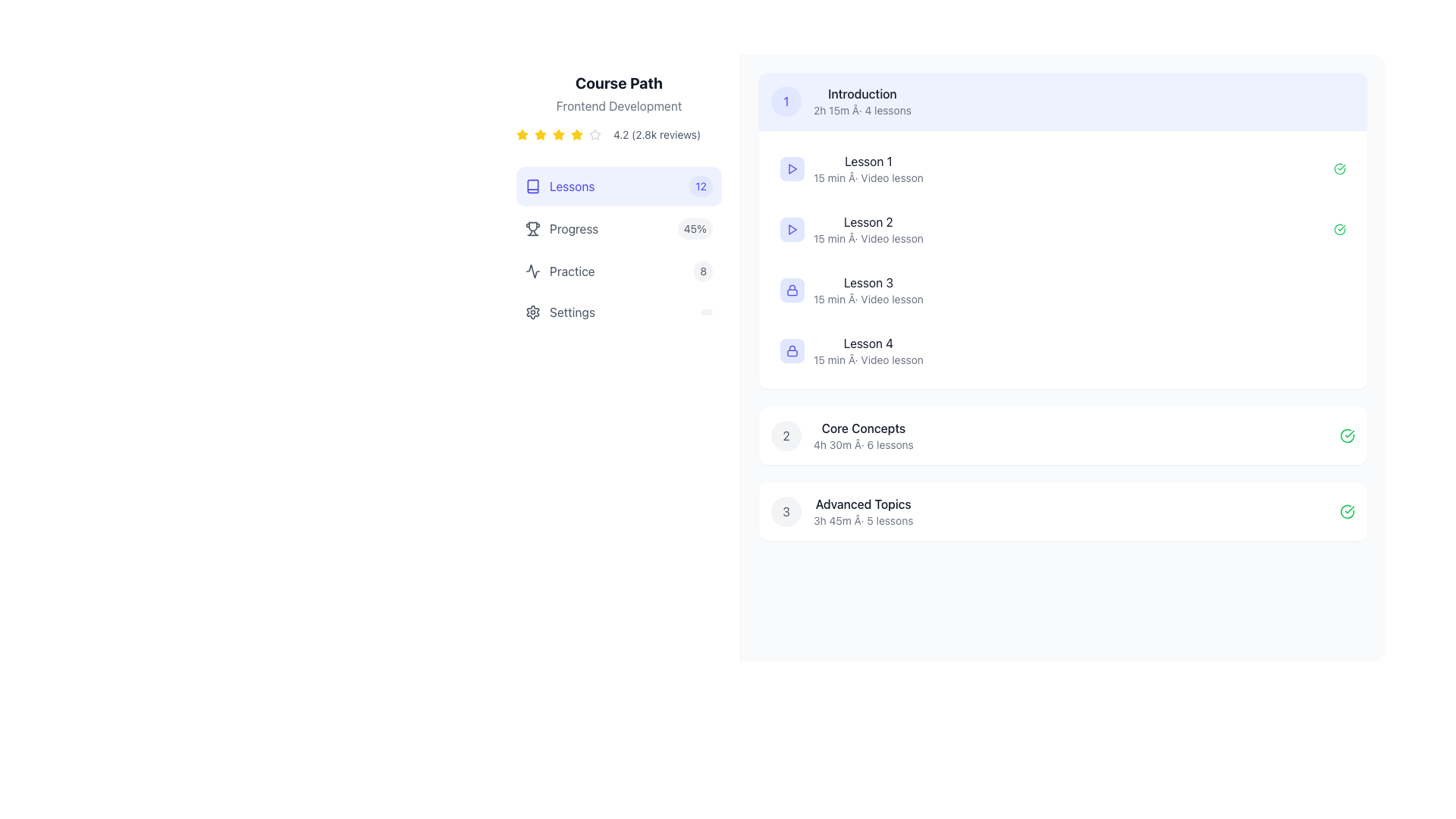 The height and width of the screenshot is (819, 1456). Describe the element at coordinates (541, 133) in the screenshot. I see `the third rating star icon using keyboard navigation` at that location.